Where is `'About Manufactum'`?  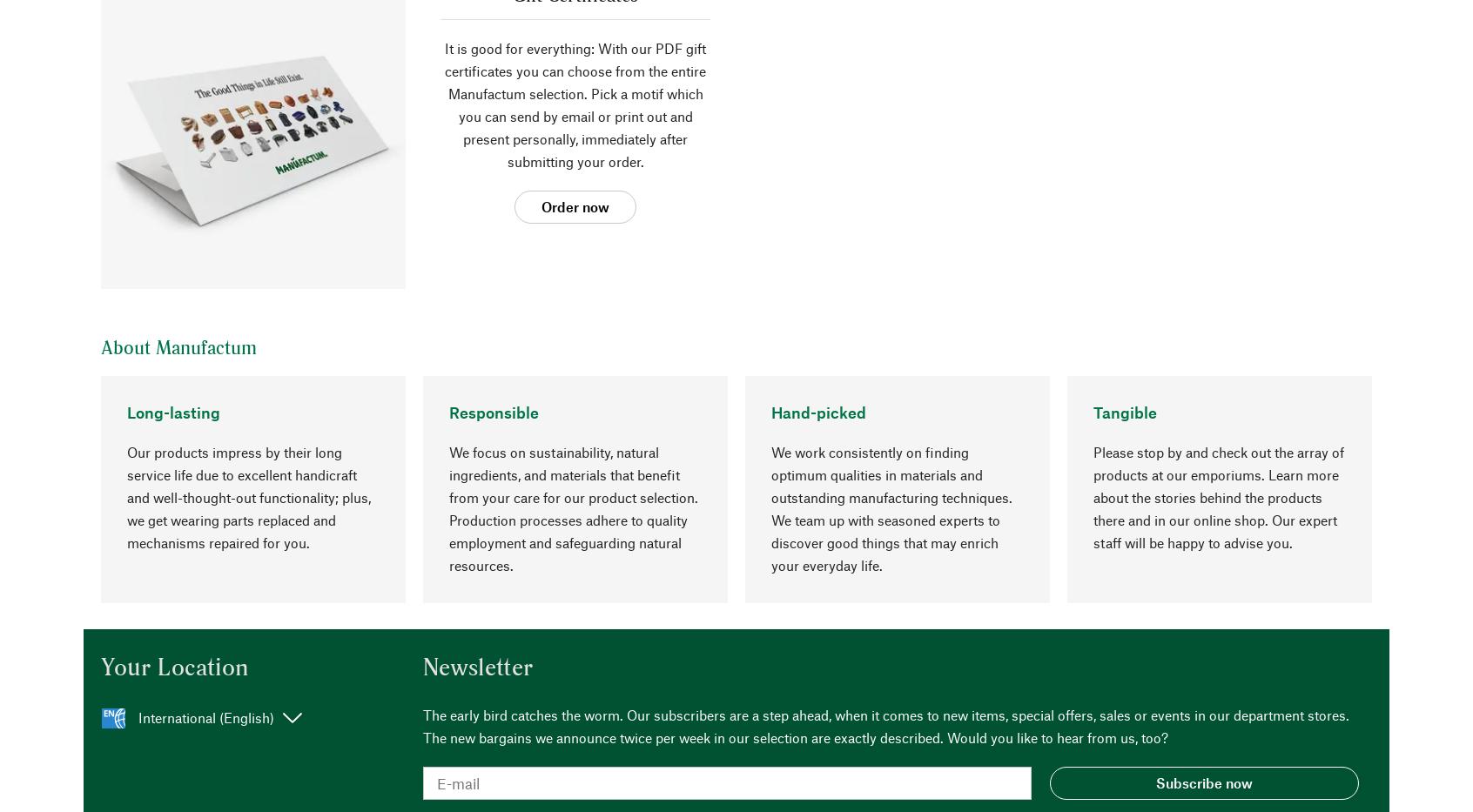 'About Manufactum' is located at coordinates (101, 346).